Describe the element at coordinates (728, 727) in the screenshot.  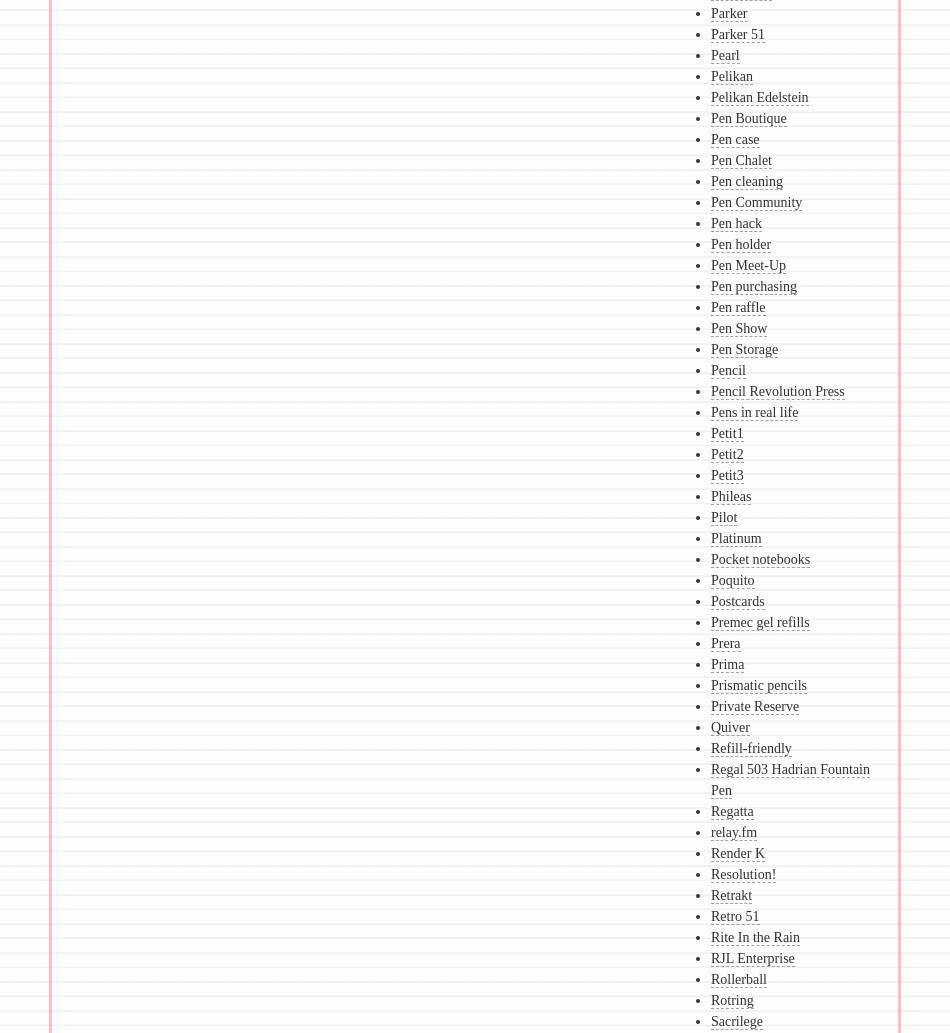
I see `'Quiver'` at that location.